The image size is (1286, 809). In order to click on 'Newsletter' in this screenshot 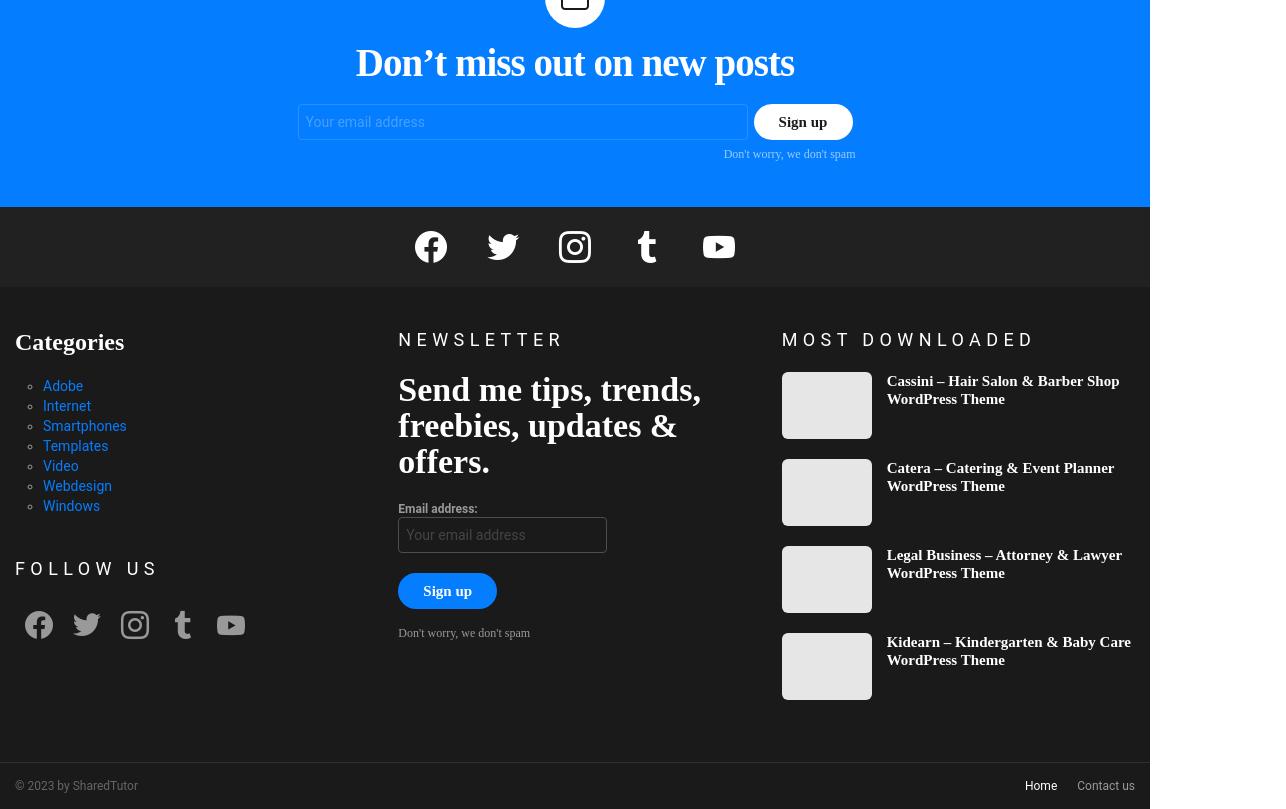, I will do `click(480, 339)`.